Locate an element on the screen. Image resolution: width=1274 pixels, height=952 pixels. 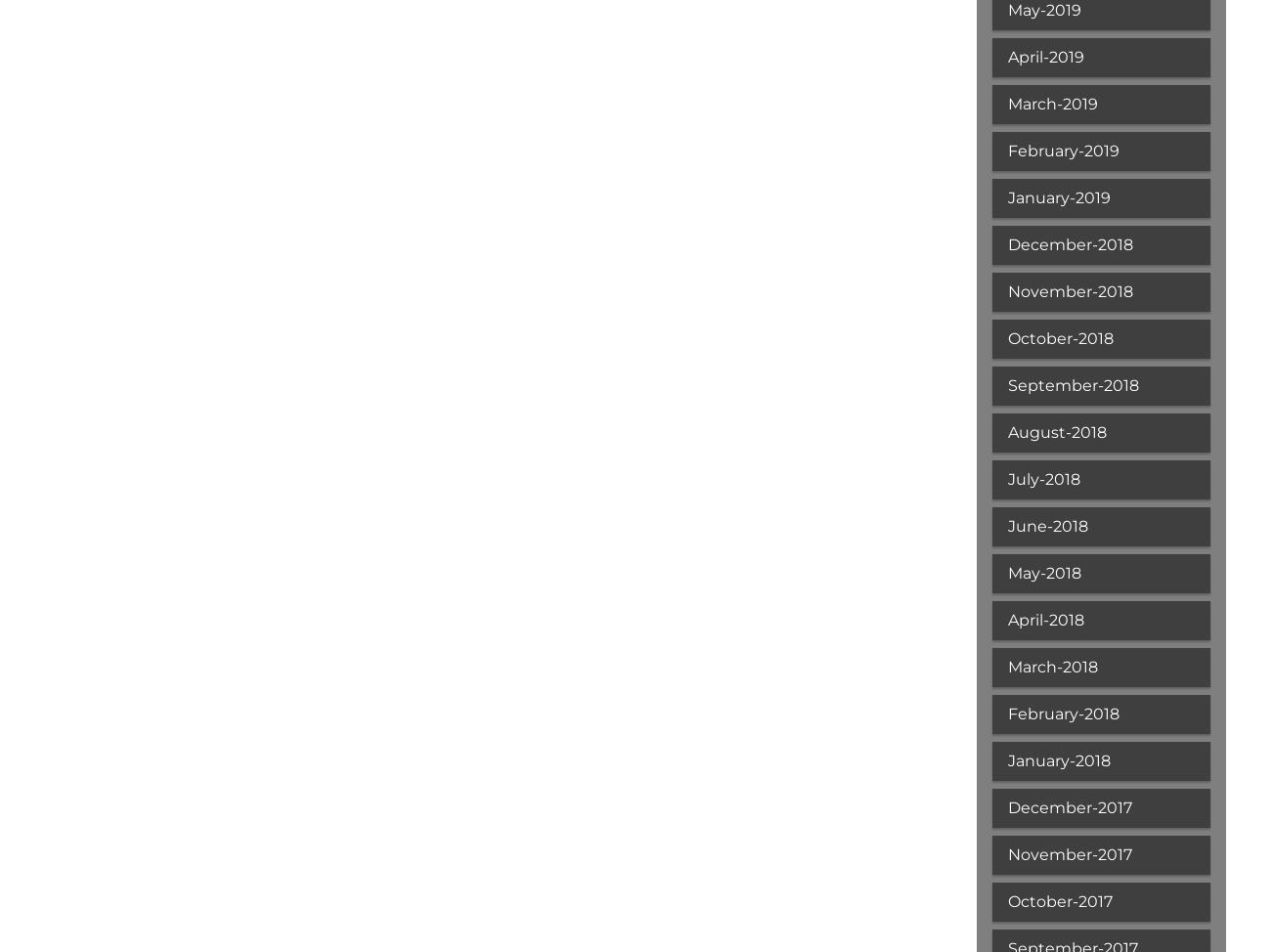
'October-2018' is located at coordinates (1058, 338).